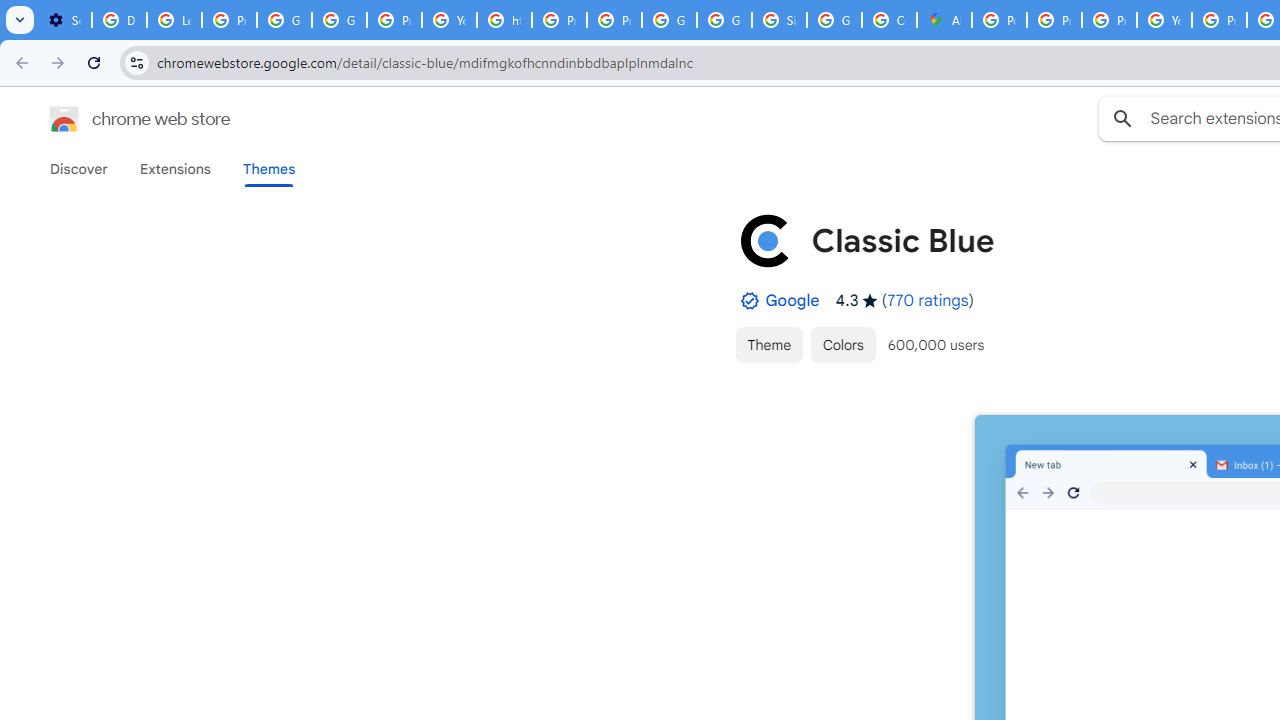  Describe the element at coordinates (118, 119) in the screenshot. I see `'Chrome Web Store logo chrome web store'` at that location.